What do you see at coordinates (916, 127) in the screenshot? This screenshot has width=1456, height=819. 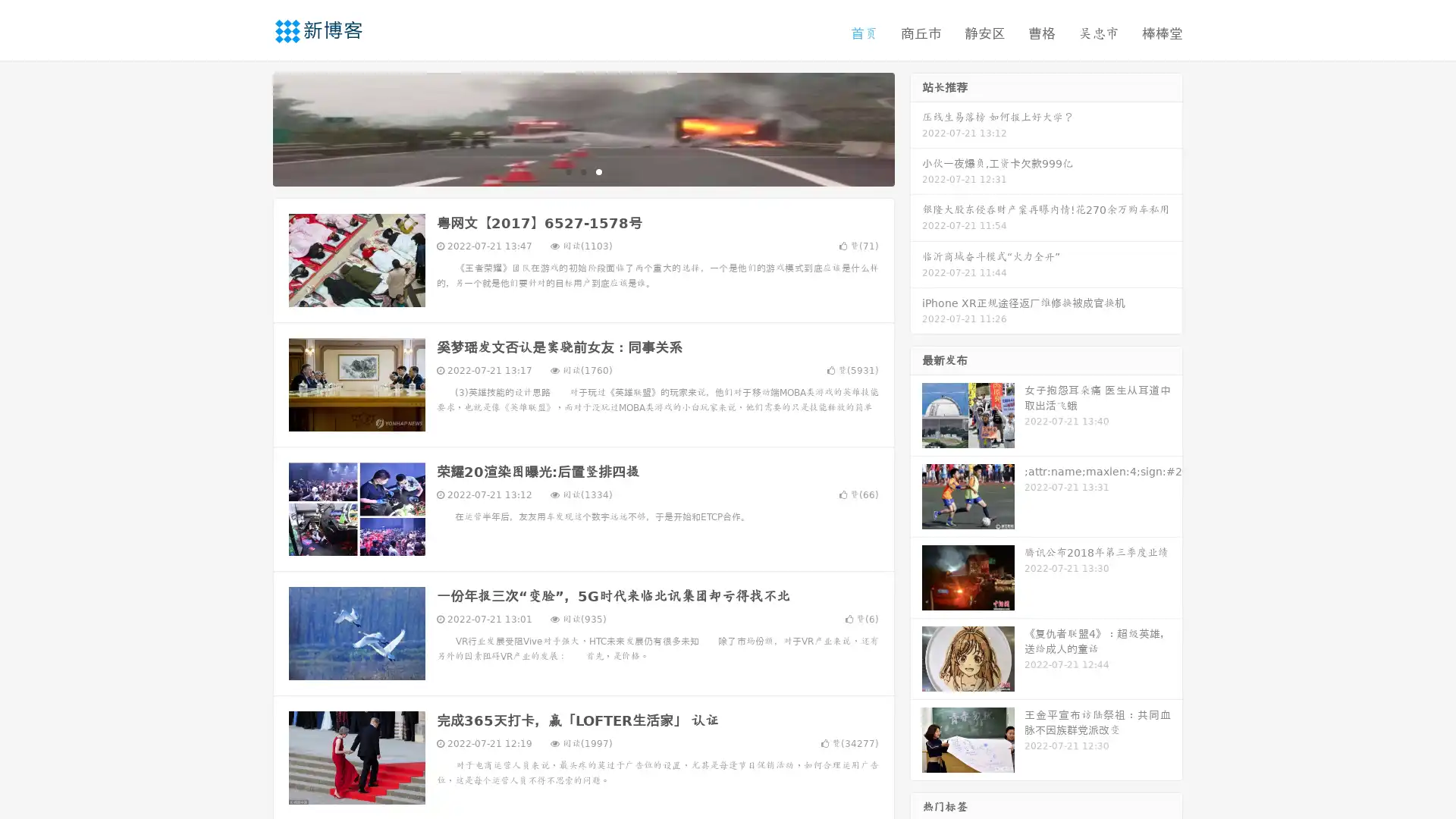 I see `Next slide` at bounding box center [916, 127].